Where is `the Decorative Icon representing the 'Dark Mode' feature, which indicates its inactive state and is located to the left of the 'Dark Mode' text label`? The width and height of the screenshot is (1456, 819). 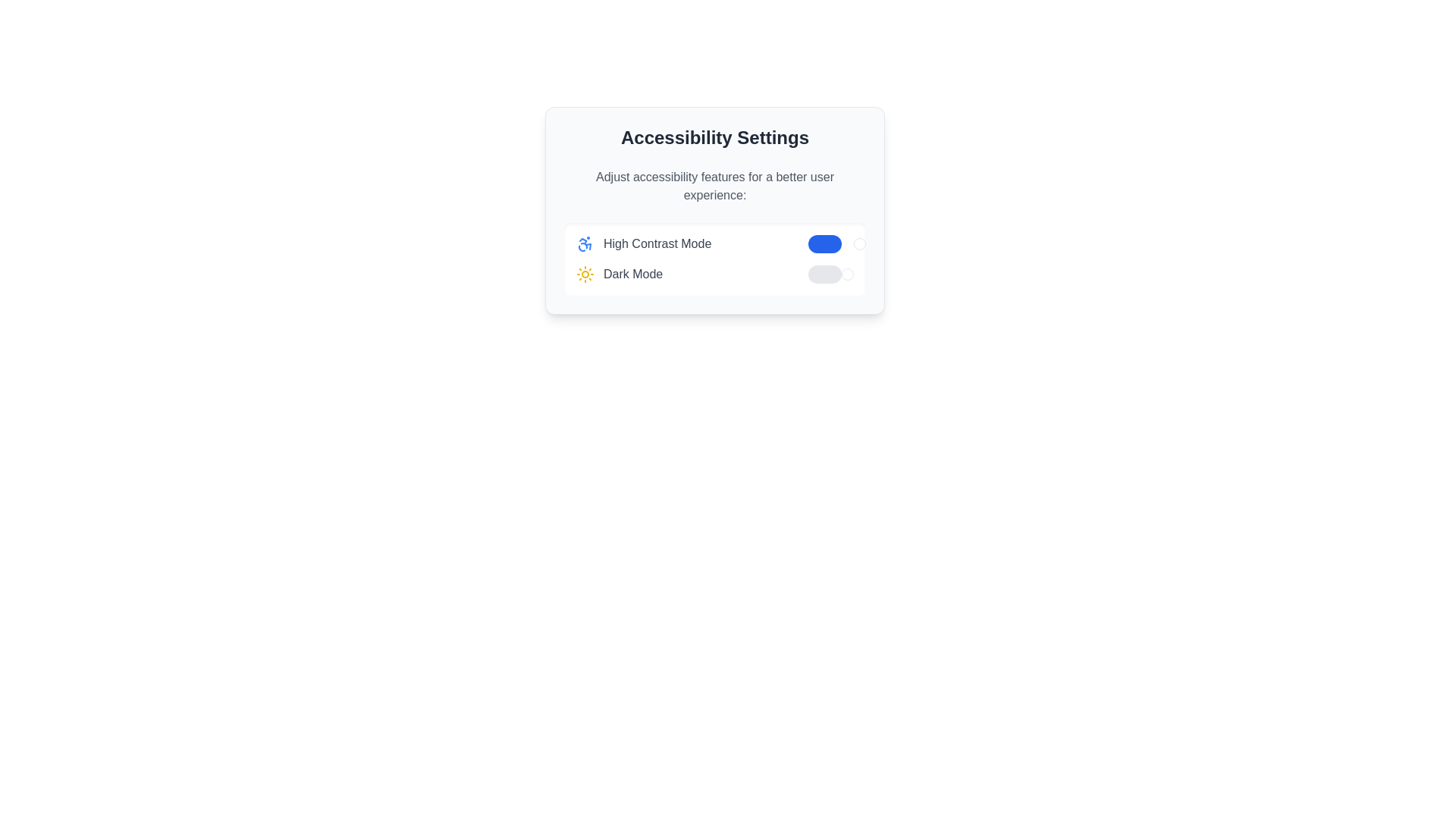 the Decorative Icon representing the 'Dark Mode' feature, which indicates its inactive state and is located to the left of the 'Dark Mode' text label is located at coordinates (585, 275).